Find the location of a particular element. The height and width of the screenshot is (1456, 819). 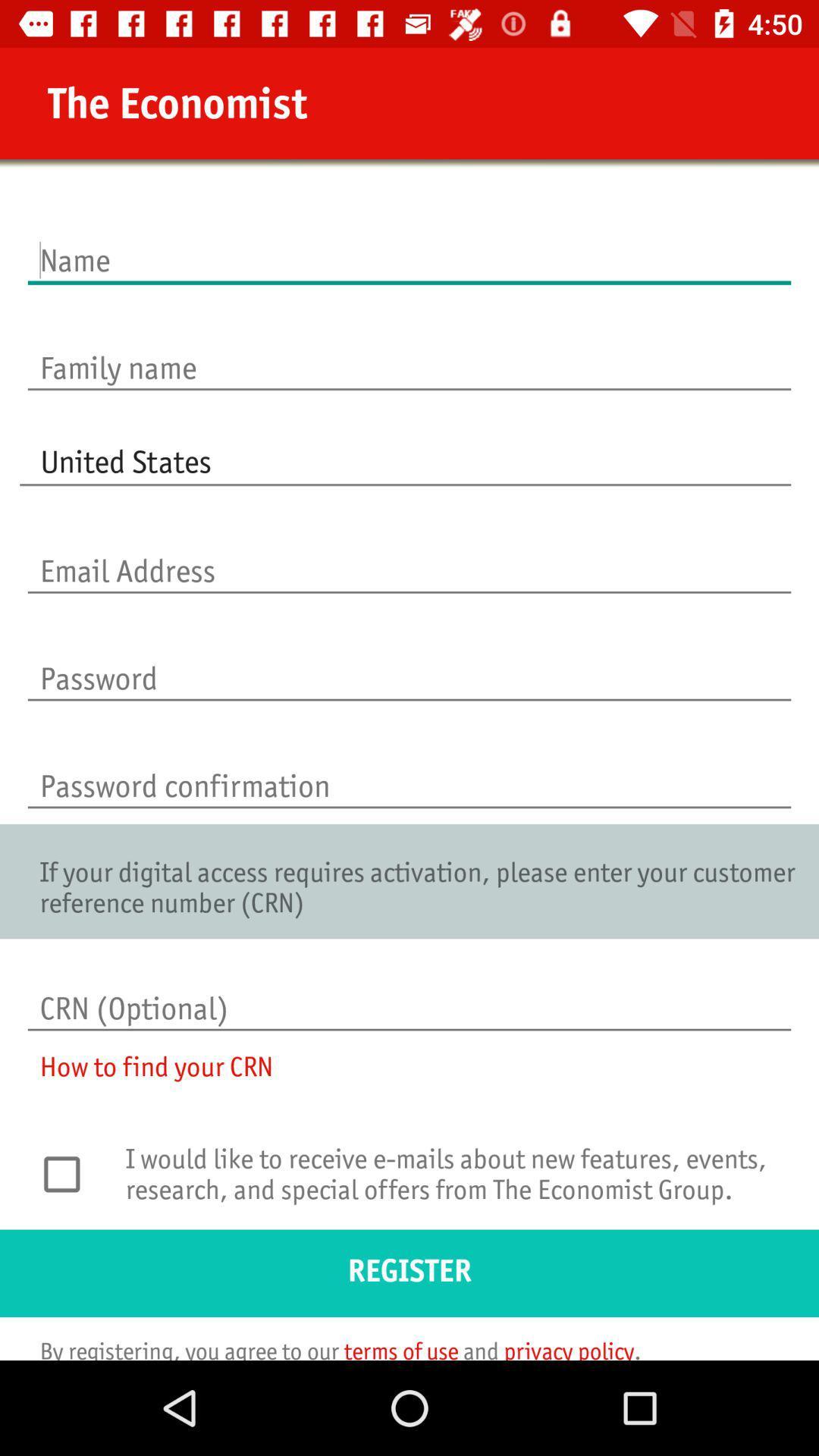

the icon above the how to find is located at coordinates (409, 993).